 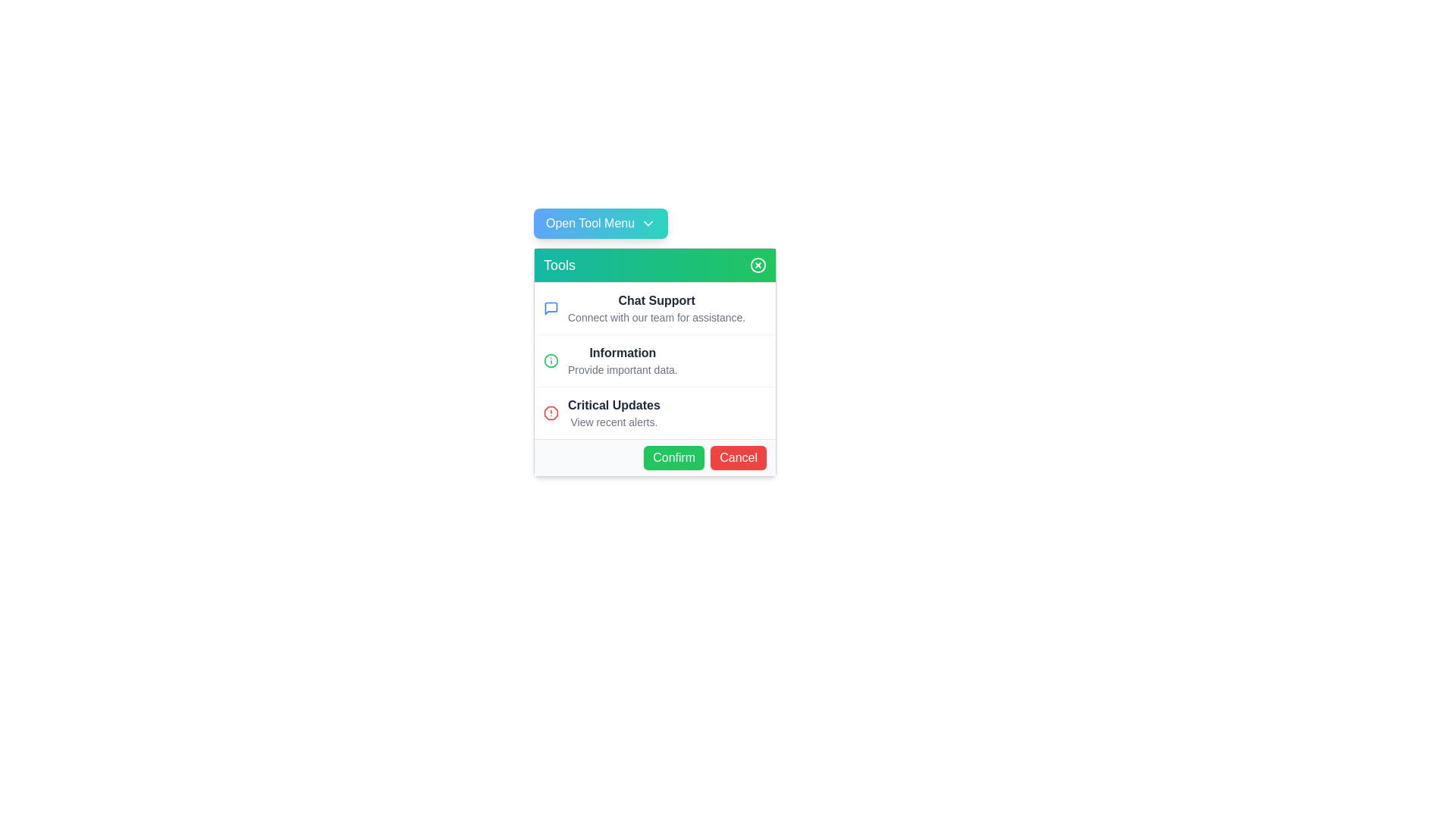 What do you see at coordinates (623, 370) in the screenshot?
I see `descriptive text element located beneath the 'Information' header in the tools section of the card interface` at bounding box center [623, 370].